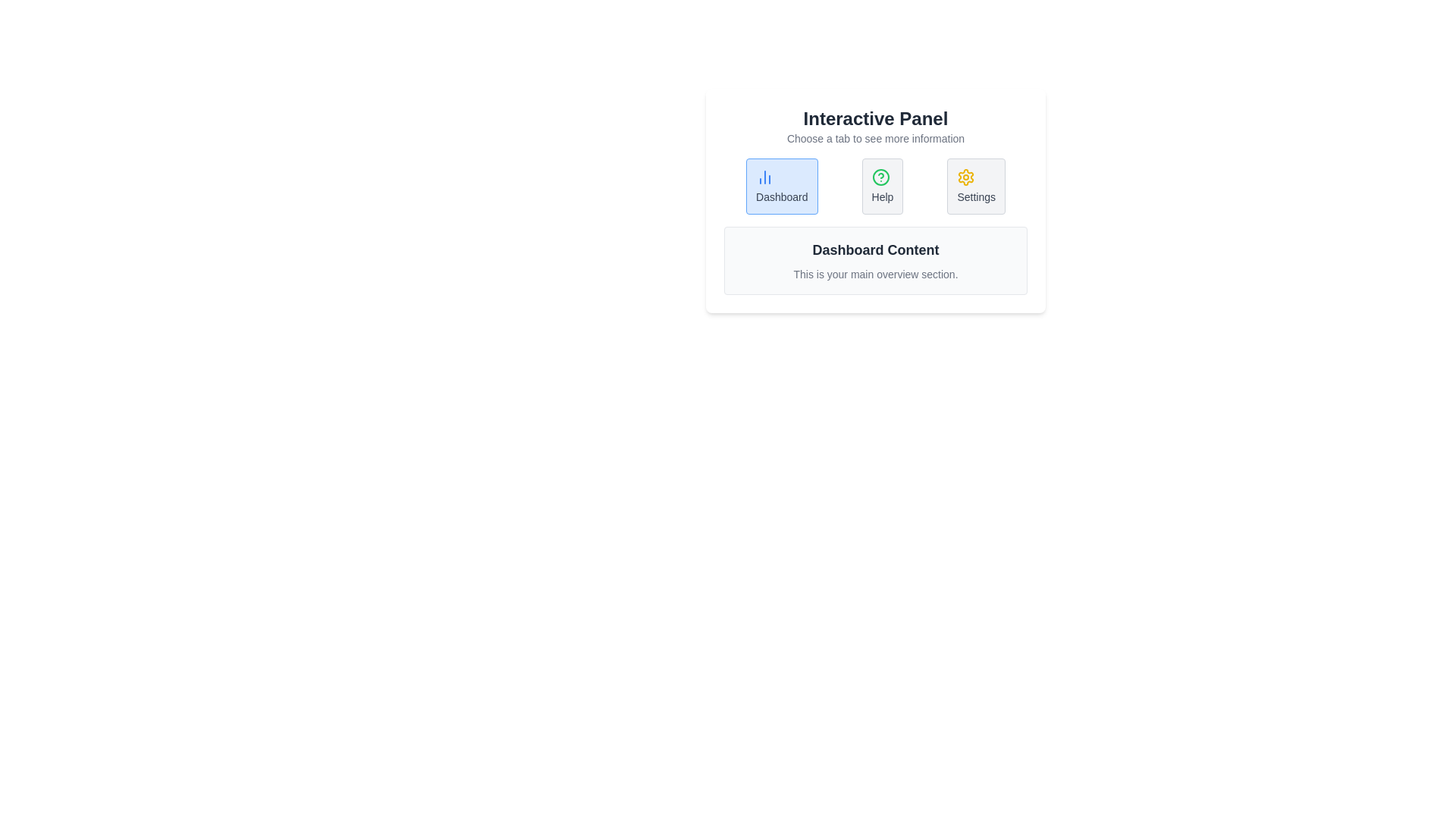 This screenshot has width=1456, height=819. Describe the element at coordinates (876, 125) in the screenshot. I see `the text content element that serves as the informative header or title for the card, which is located at the top of the card layout and centered horizontally above the options 'Dashboard,' 'Help,' and 'Settings.'` at that location.